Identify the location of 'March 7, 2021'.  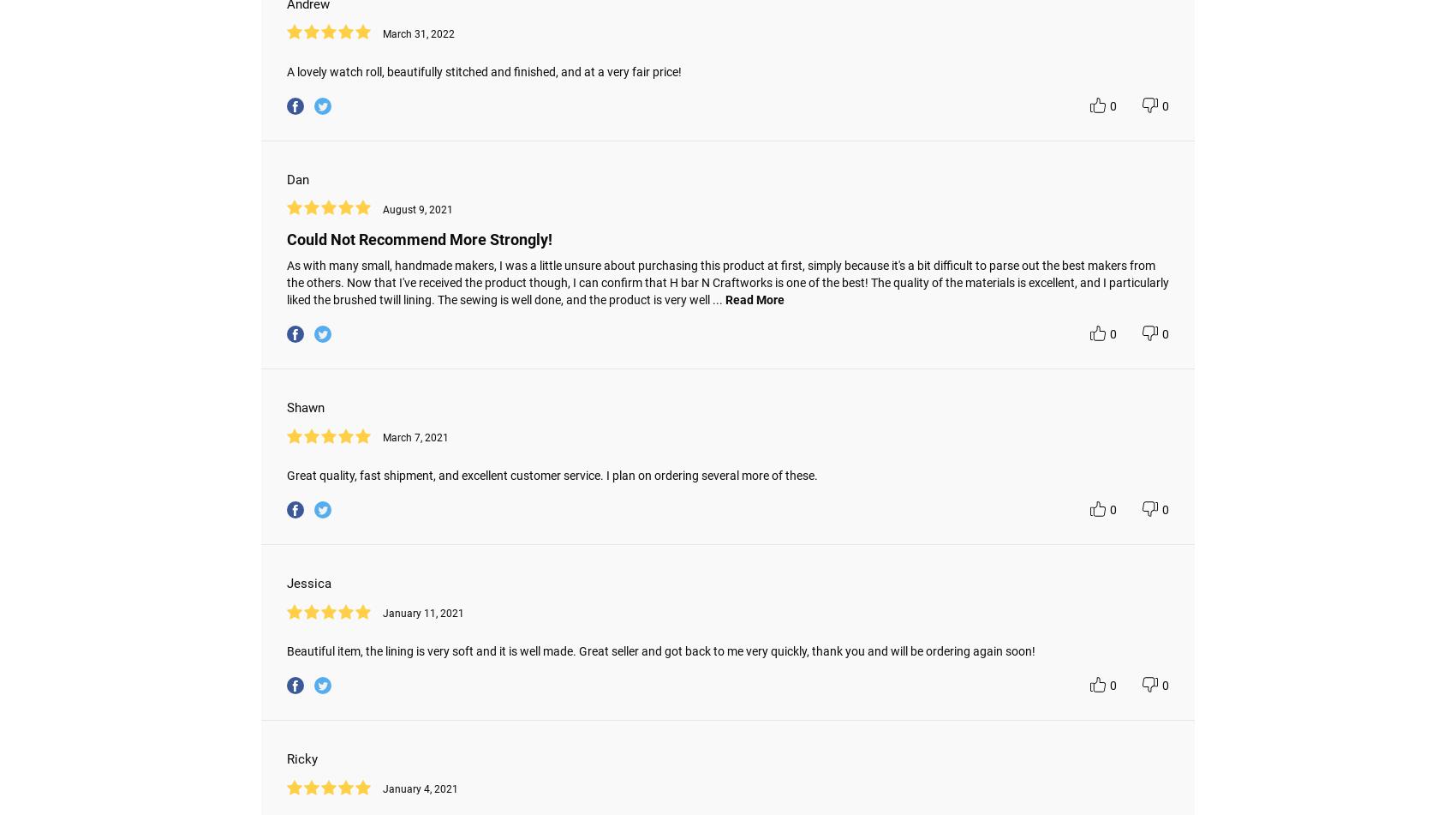
(382, 436).